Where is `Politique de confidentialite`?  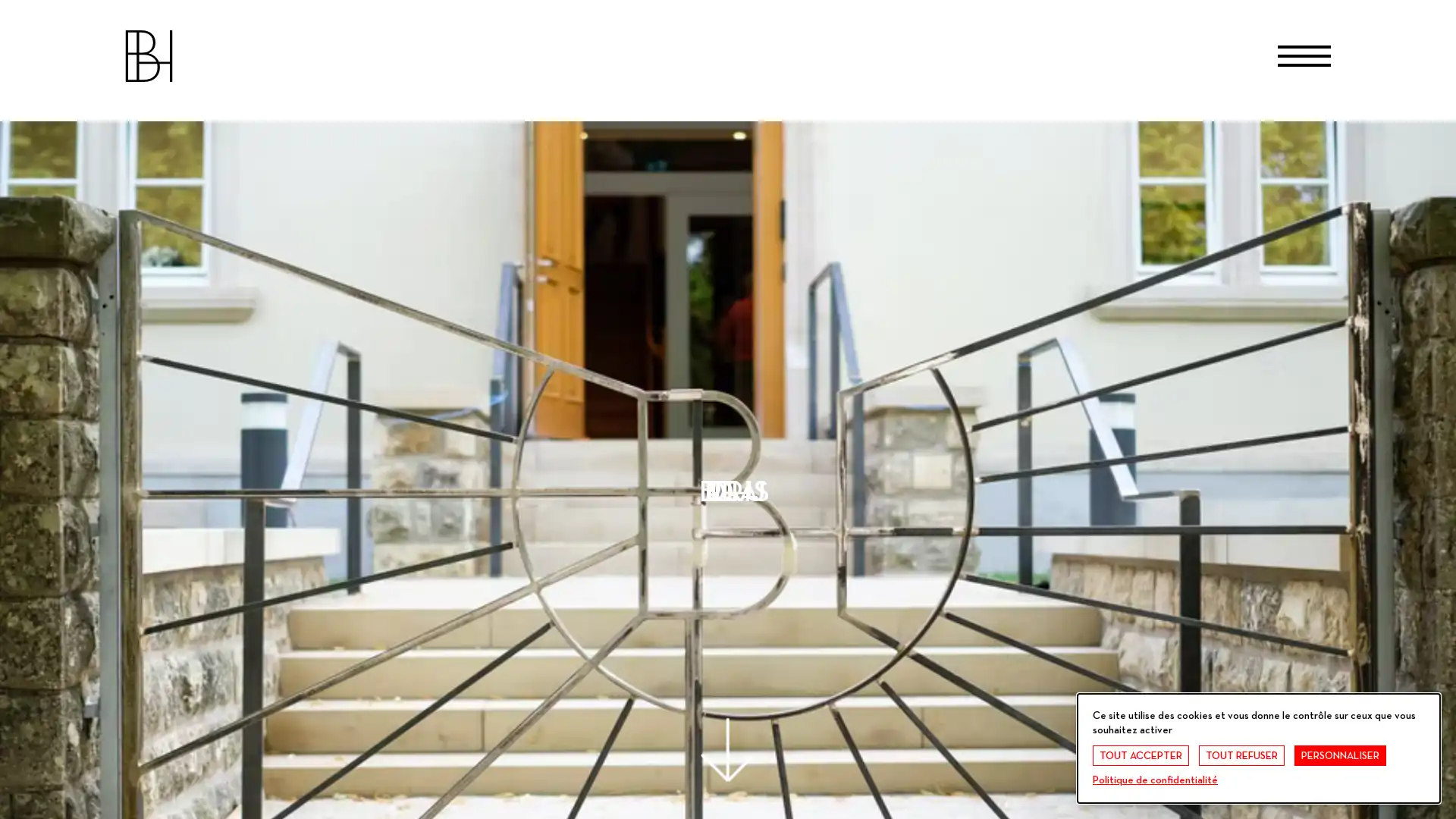
Politique de confidentialite is located at coordinates (1154, 780).